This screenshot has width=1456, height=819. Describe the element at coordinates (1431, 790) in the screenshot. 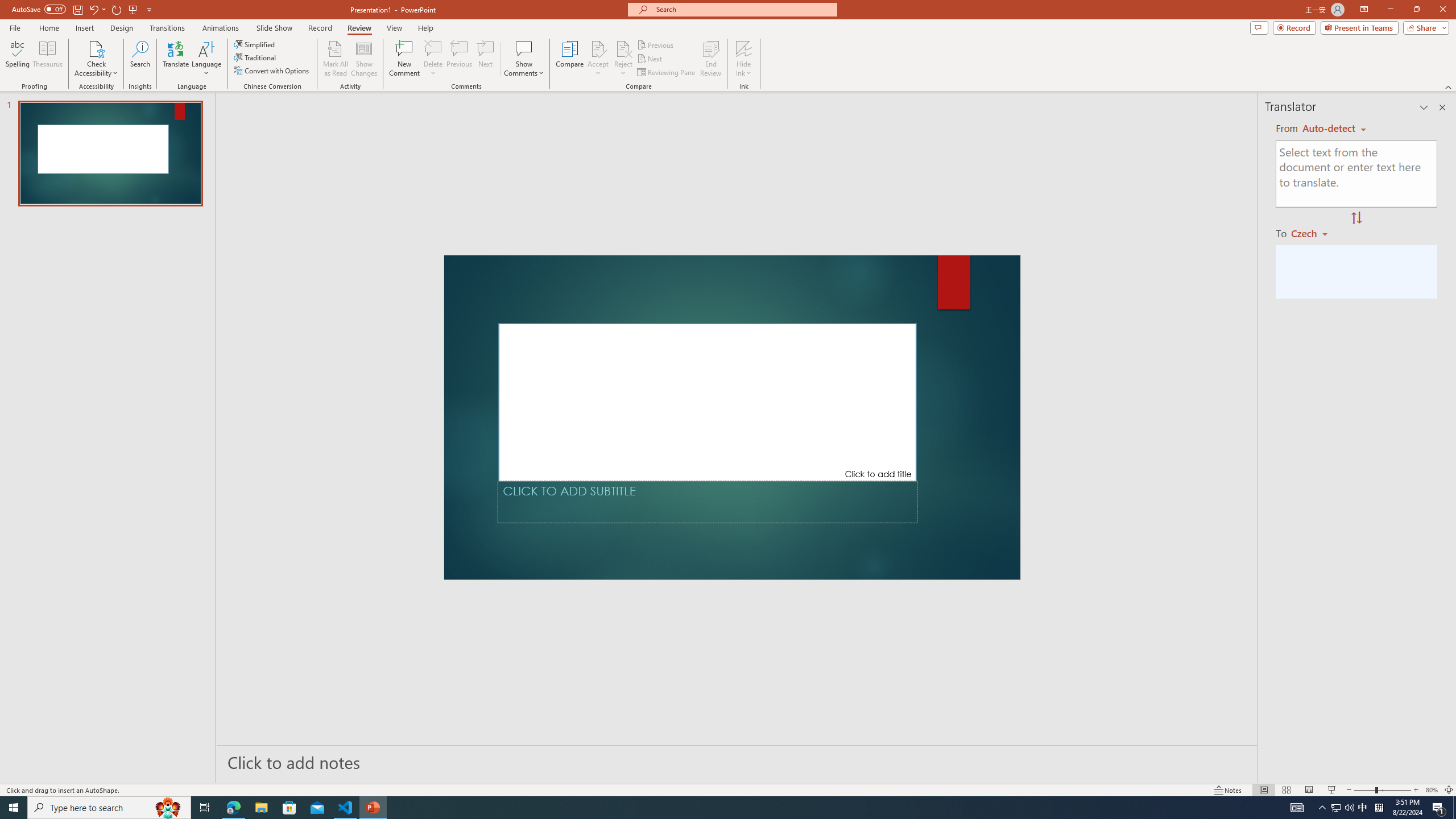

I see `'Zoom 80%'` at that location.